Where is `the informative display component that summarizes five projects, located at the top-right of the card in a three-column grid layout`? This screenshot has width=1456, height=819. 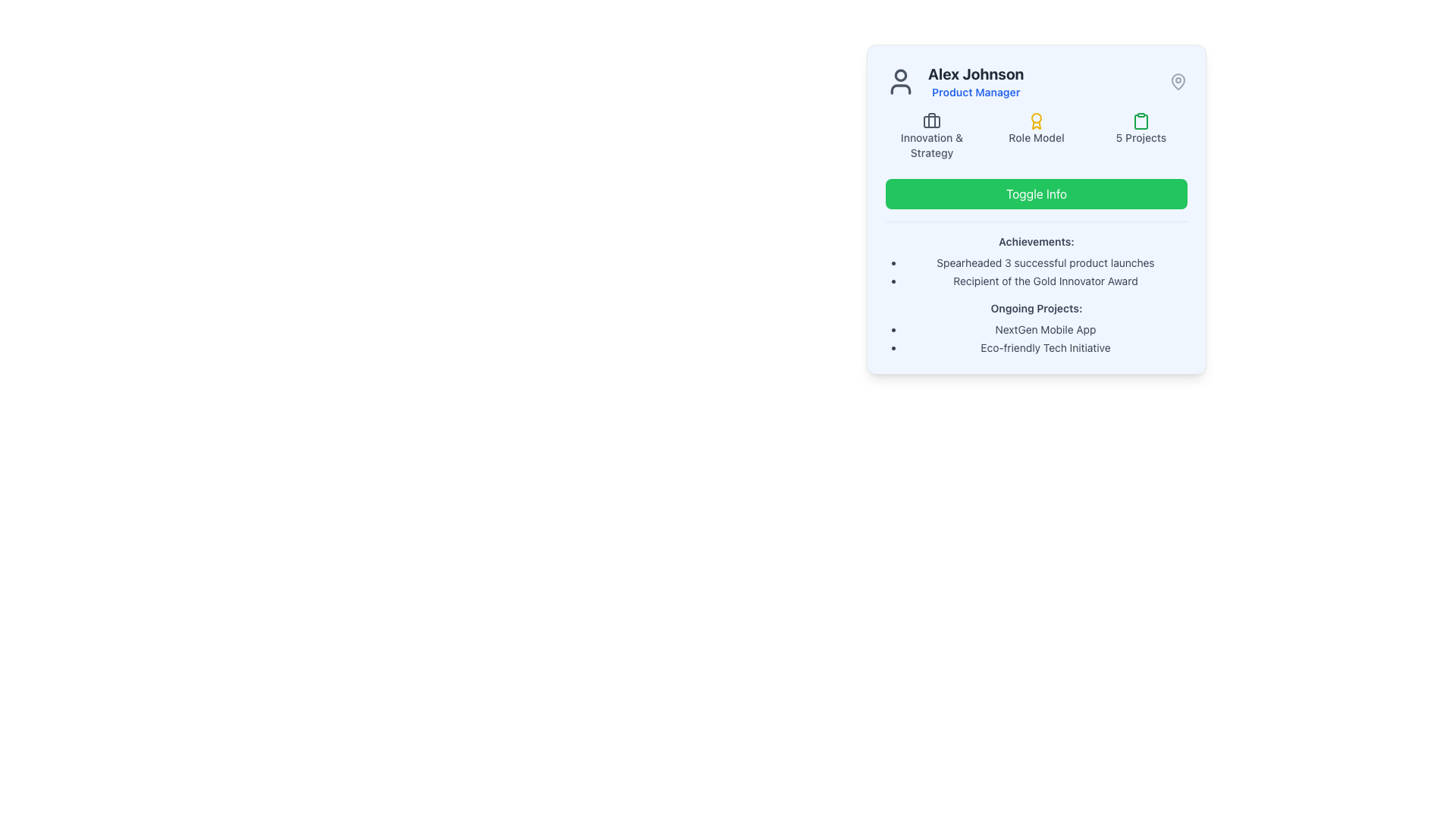 the informative display component that summarizes five projects, located at the top-right of the card in a three-column grid layout is located at coordinates (1141, 136).